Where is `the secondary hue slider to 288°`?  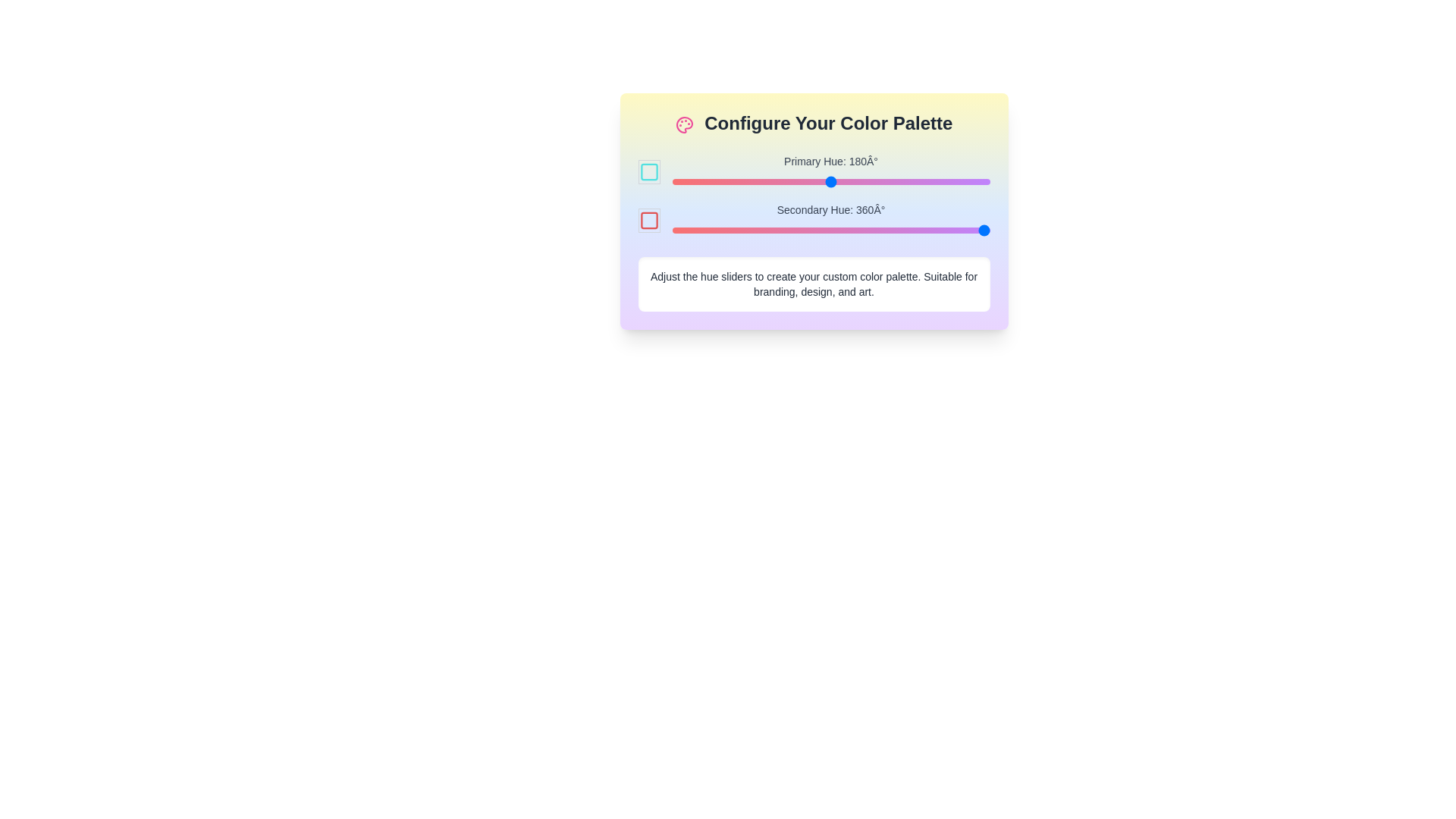 the secondary hue slider to 288° is located at coordinates (925, 231).